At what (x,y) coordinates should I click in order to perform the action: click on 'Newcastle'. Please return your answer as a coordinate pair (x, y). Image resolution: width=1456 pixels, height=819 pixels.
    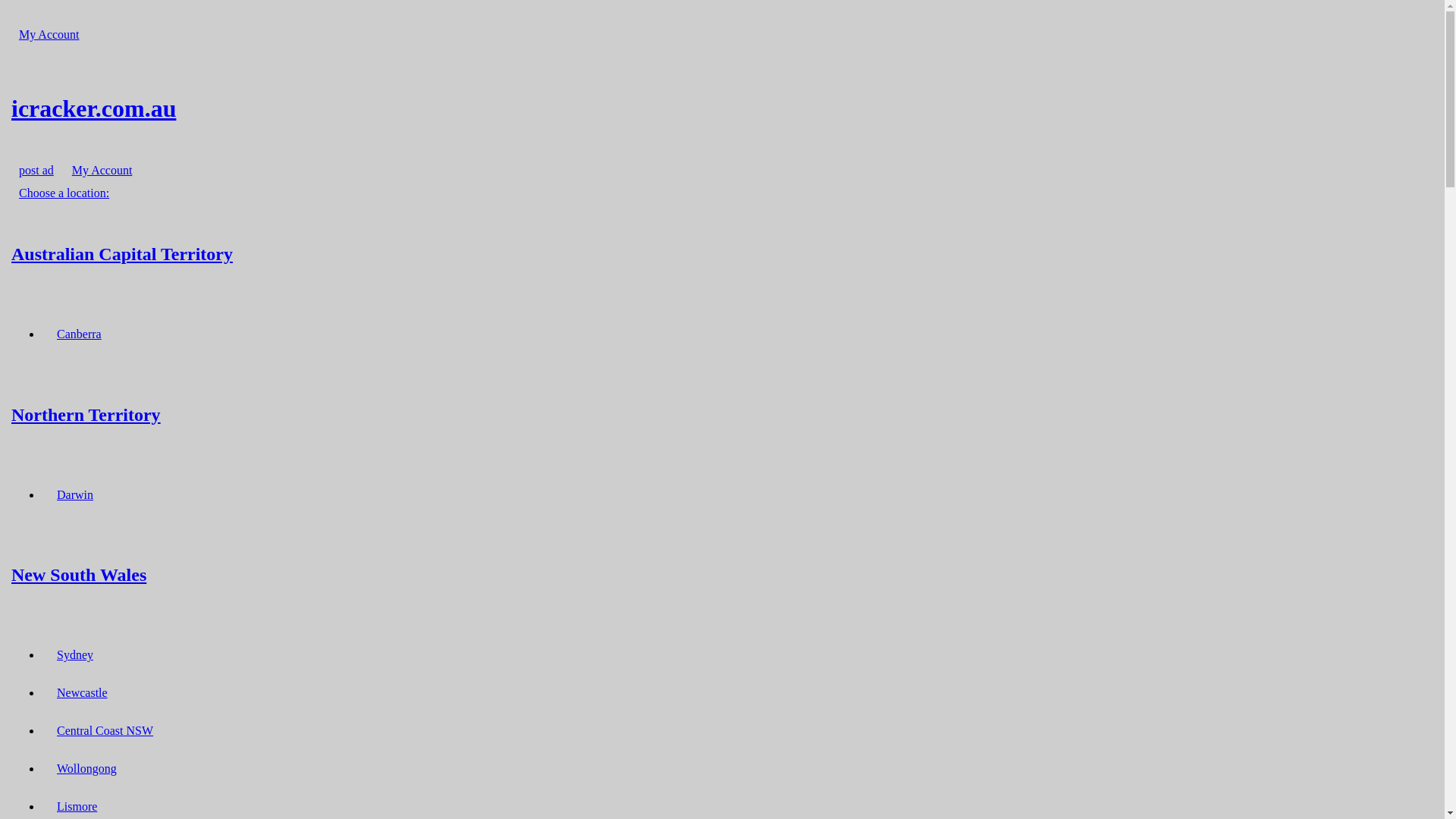
    Looking at the image, I should click on (81, 692).